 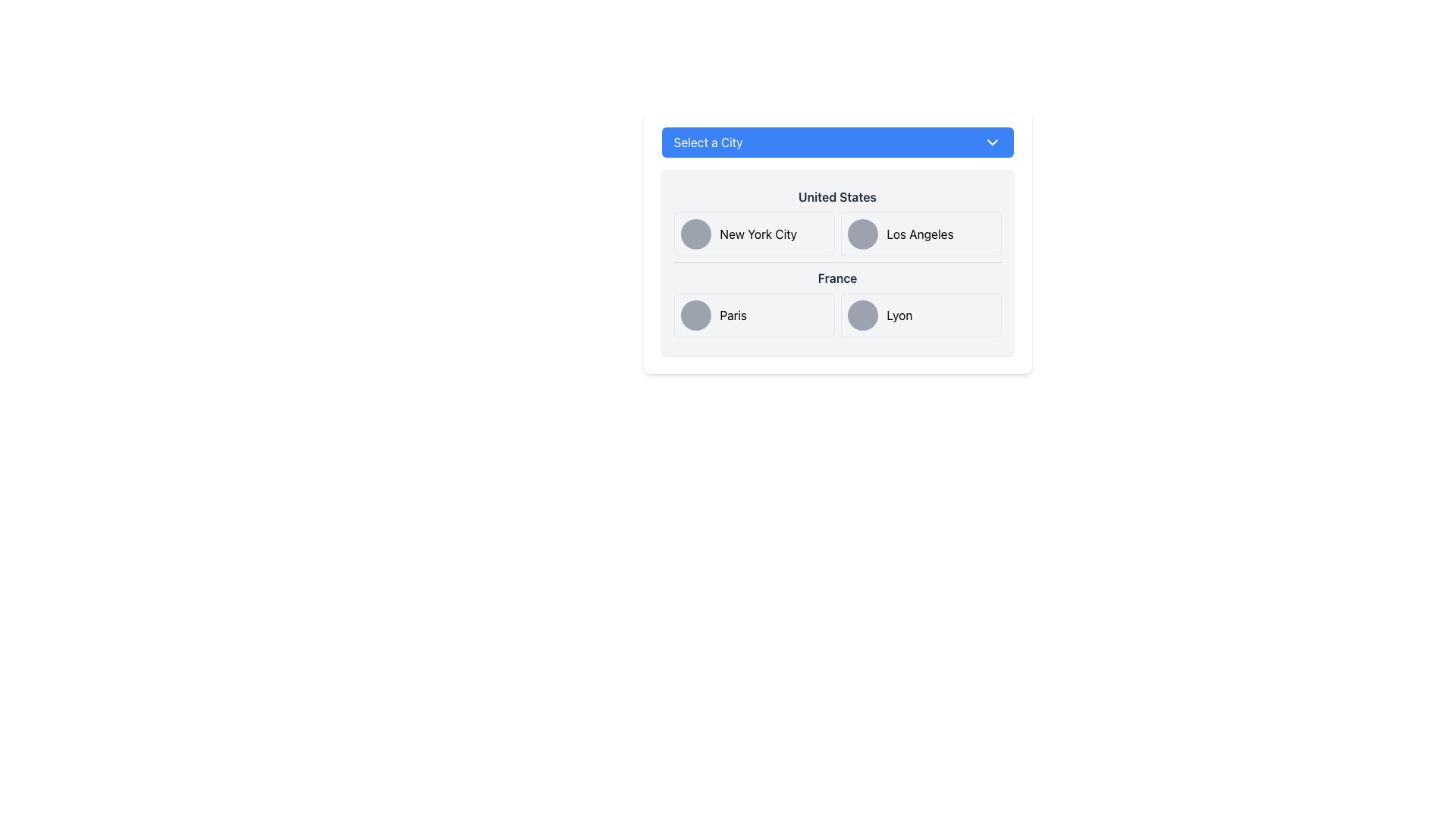 What do you see at coordinates (733, 315) in the screenshot?
I see `the text label that says 'Paris'` at bounding box center [733, 315].